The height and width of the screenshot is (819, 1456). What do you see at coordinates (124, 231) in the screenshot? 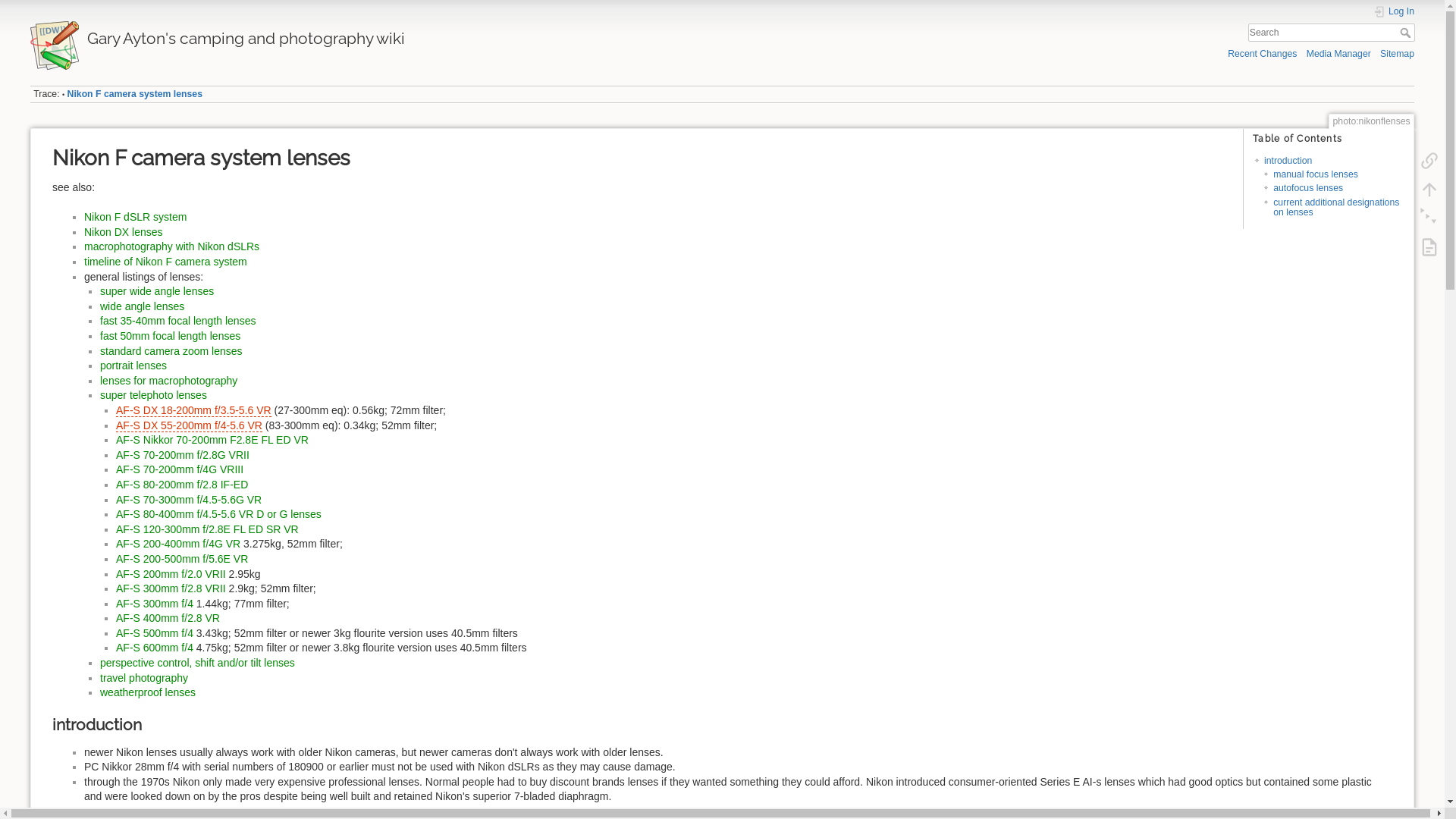
I see `'Nikon DX lenses'` at bounding box center [124, 231].